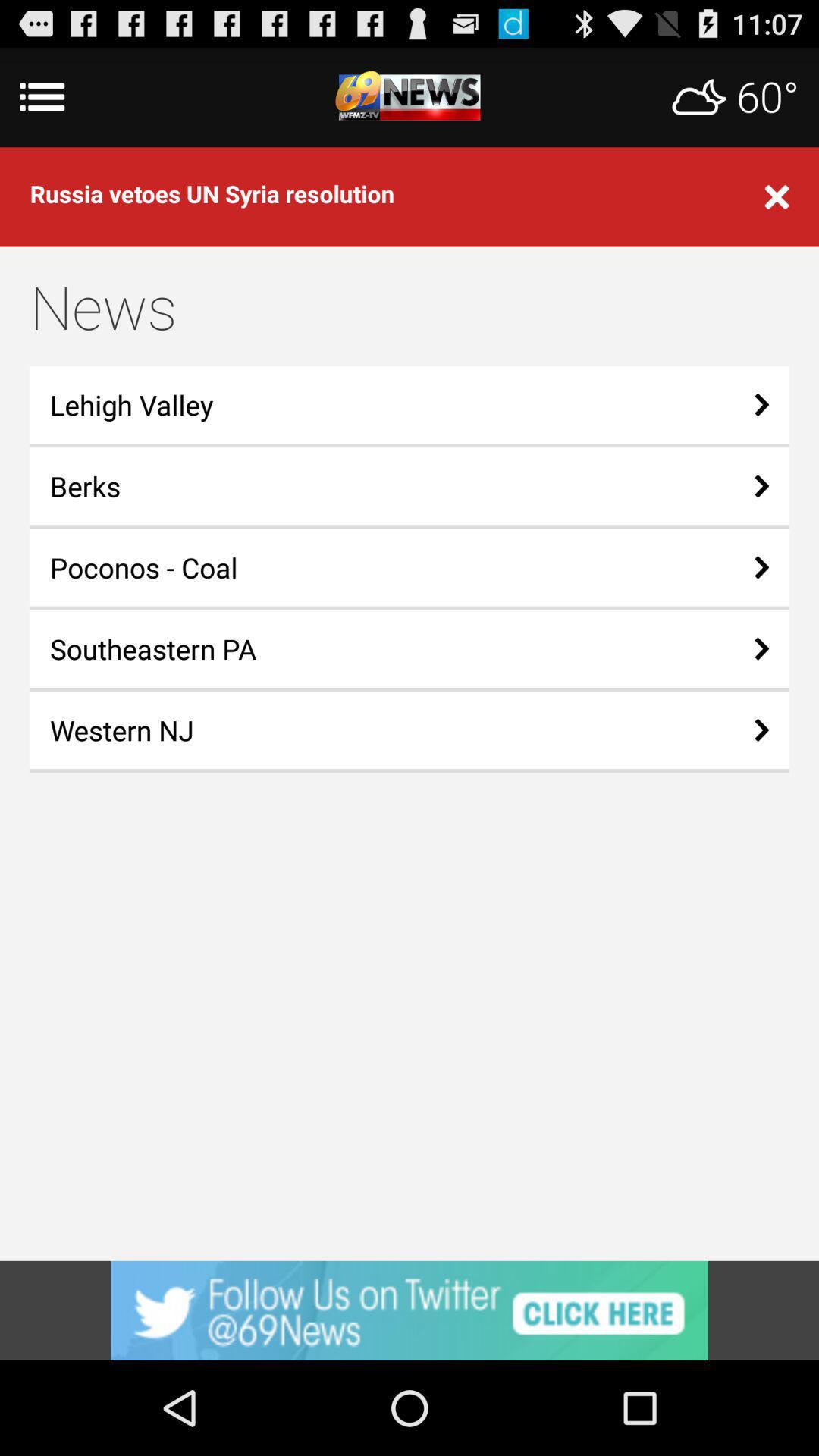 The image size is (819, 1456). Describe the element at coordinates (409, 1310) in the screenshot. I see `go to their twitter` at that location.